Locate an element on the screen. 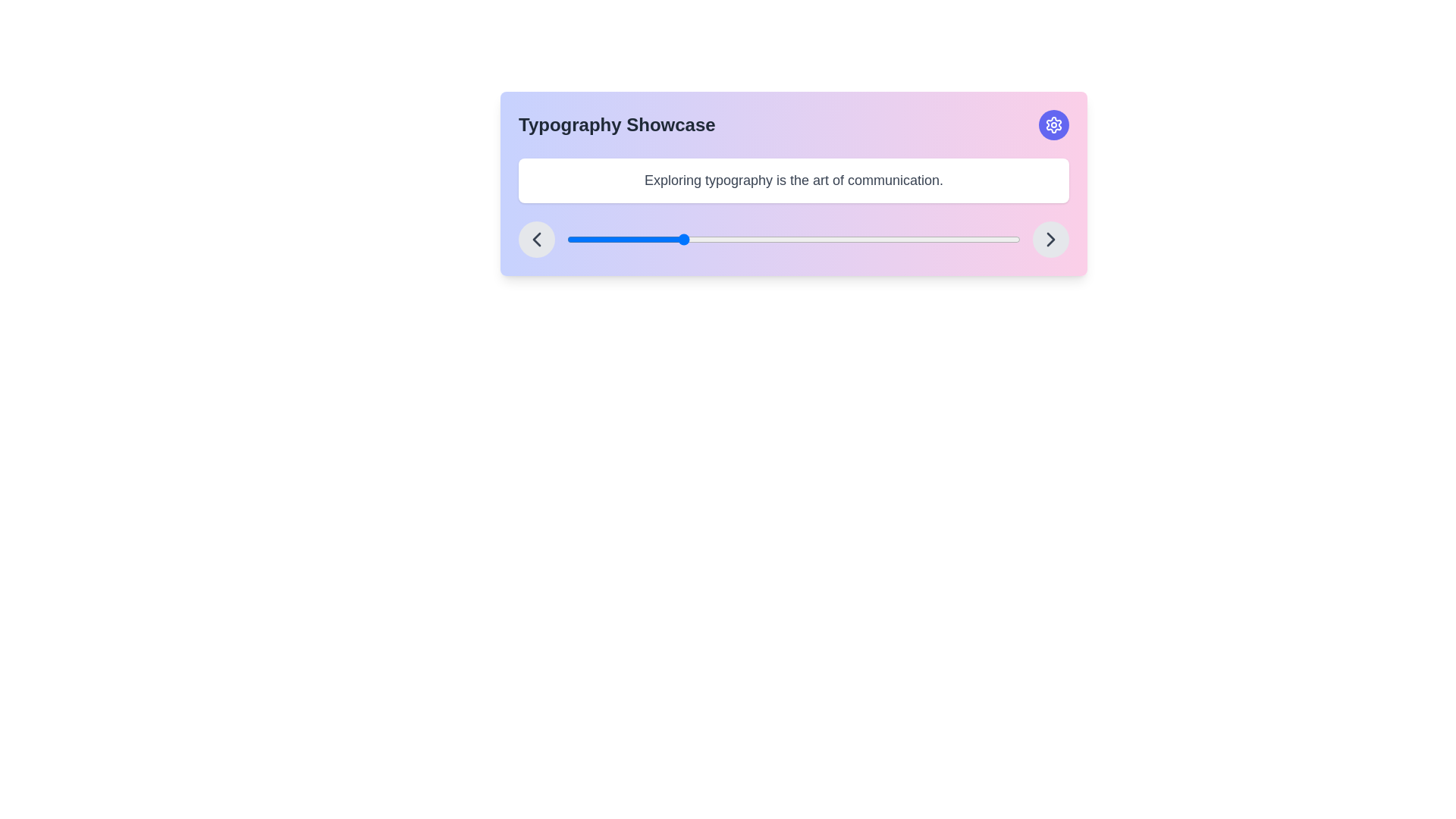  the slider is located at coordinates (698, 239).